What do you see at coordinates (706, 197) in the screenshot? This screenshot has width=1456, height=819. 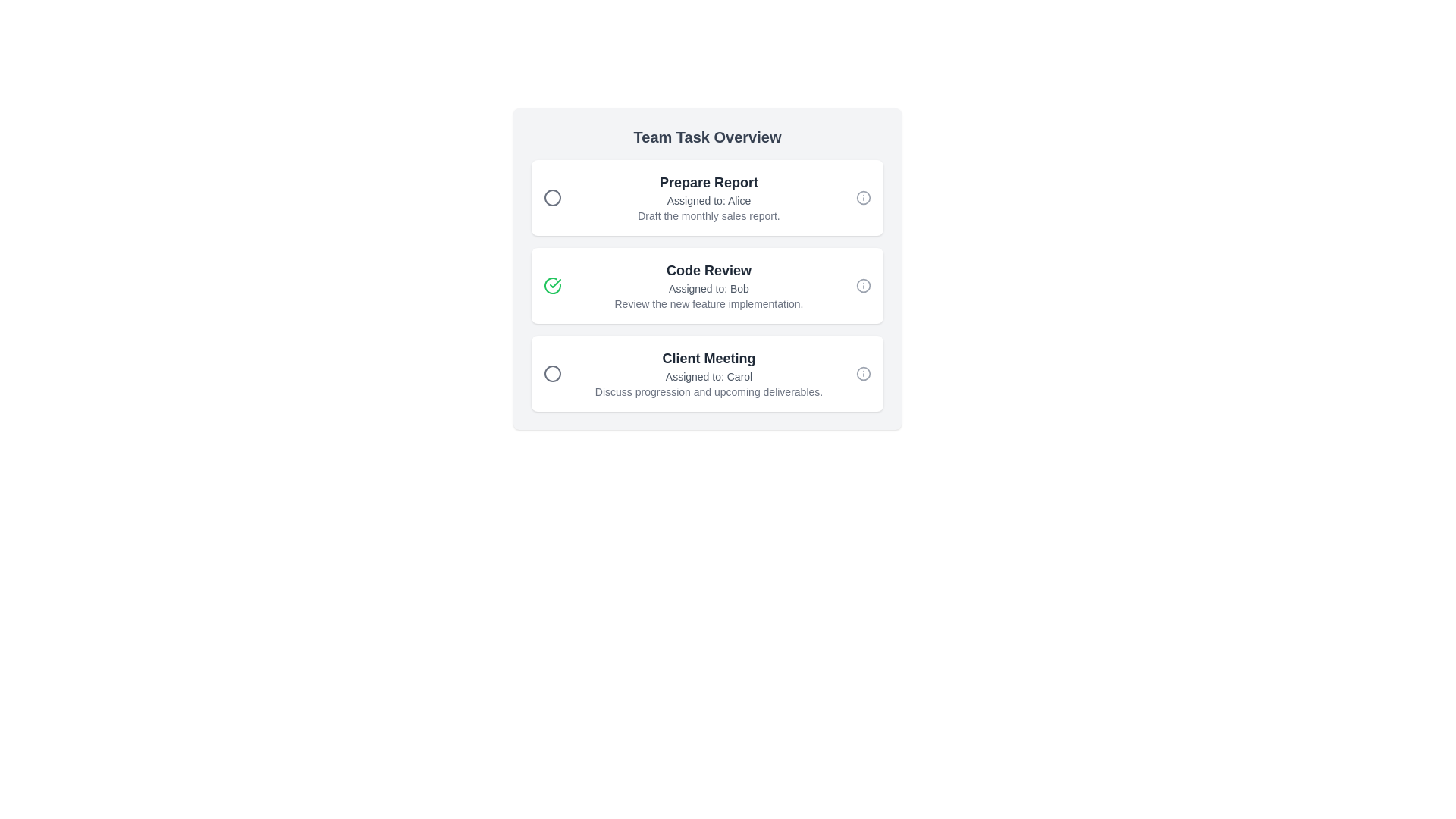 I see `task details from the 'Prepare Report' task card, which is the first card in the list with a white background and a bold title` at bounding box center [706, 197].